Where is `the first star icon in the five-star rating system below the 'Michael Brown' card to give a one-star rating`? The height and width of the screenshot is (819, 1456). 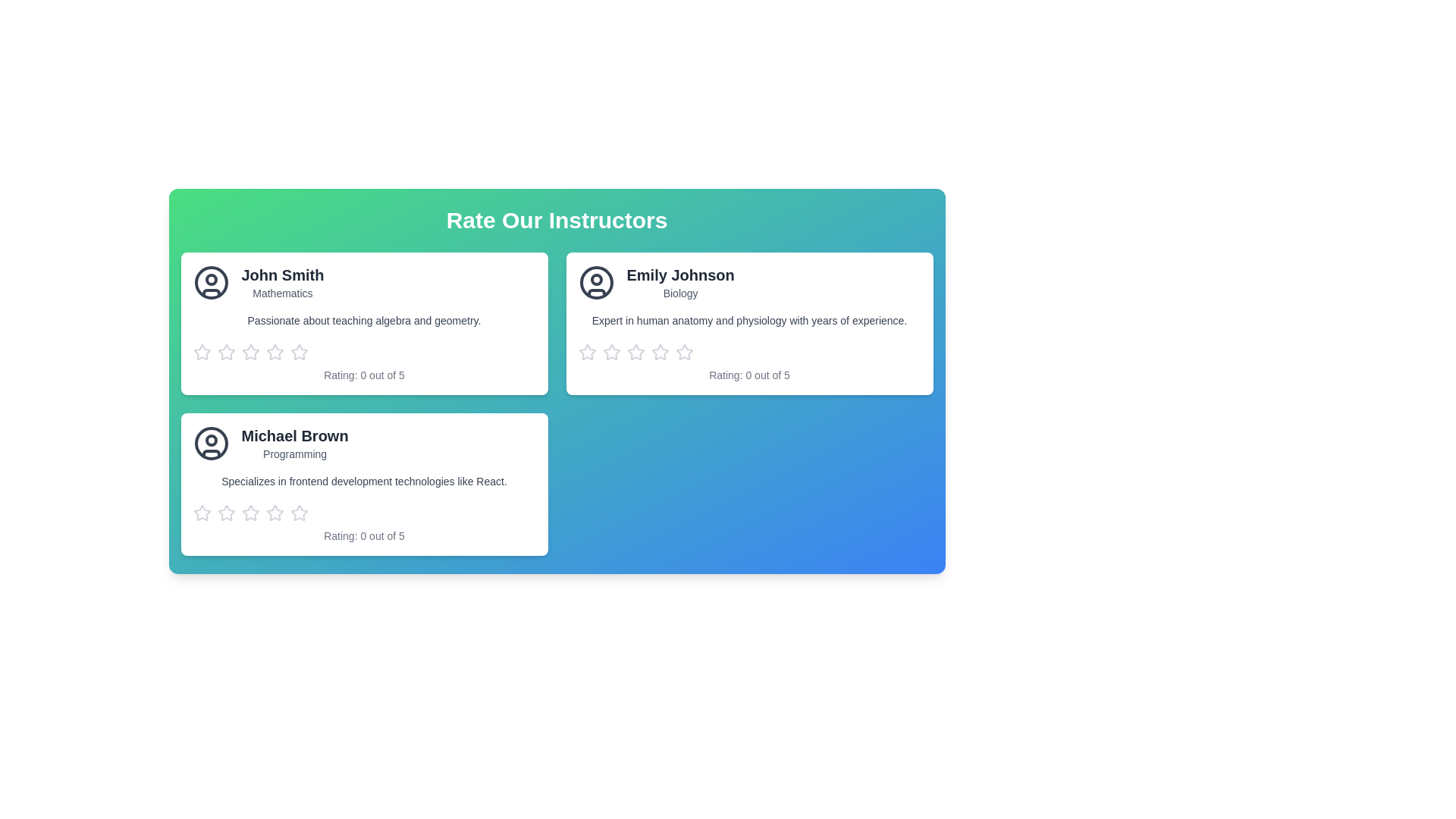 the first star icon in the five-star rating system below the 'Michael Brown' card to give a one-star rating is located at coordinates (225, 512).